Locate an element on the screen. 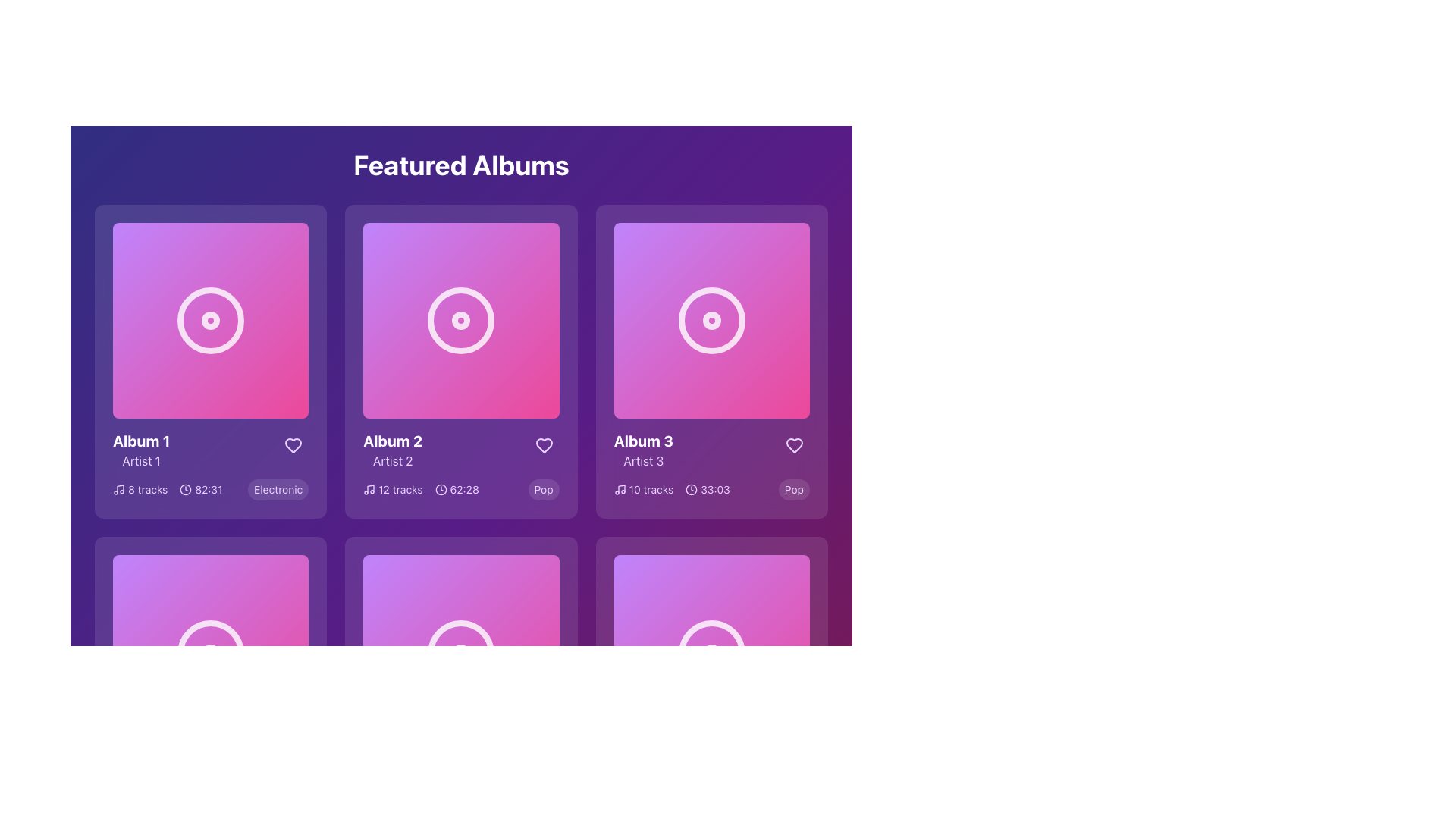 The width and height of the screenshot is (1456, 819). the album card located is located at coordinates (711, 362).